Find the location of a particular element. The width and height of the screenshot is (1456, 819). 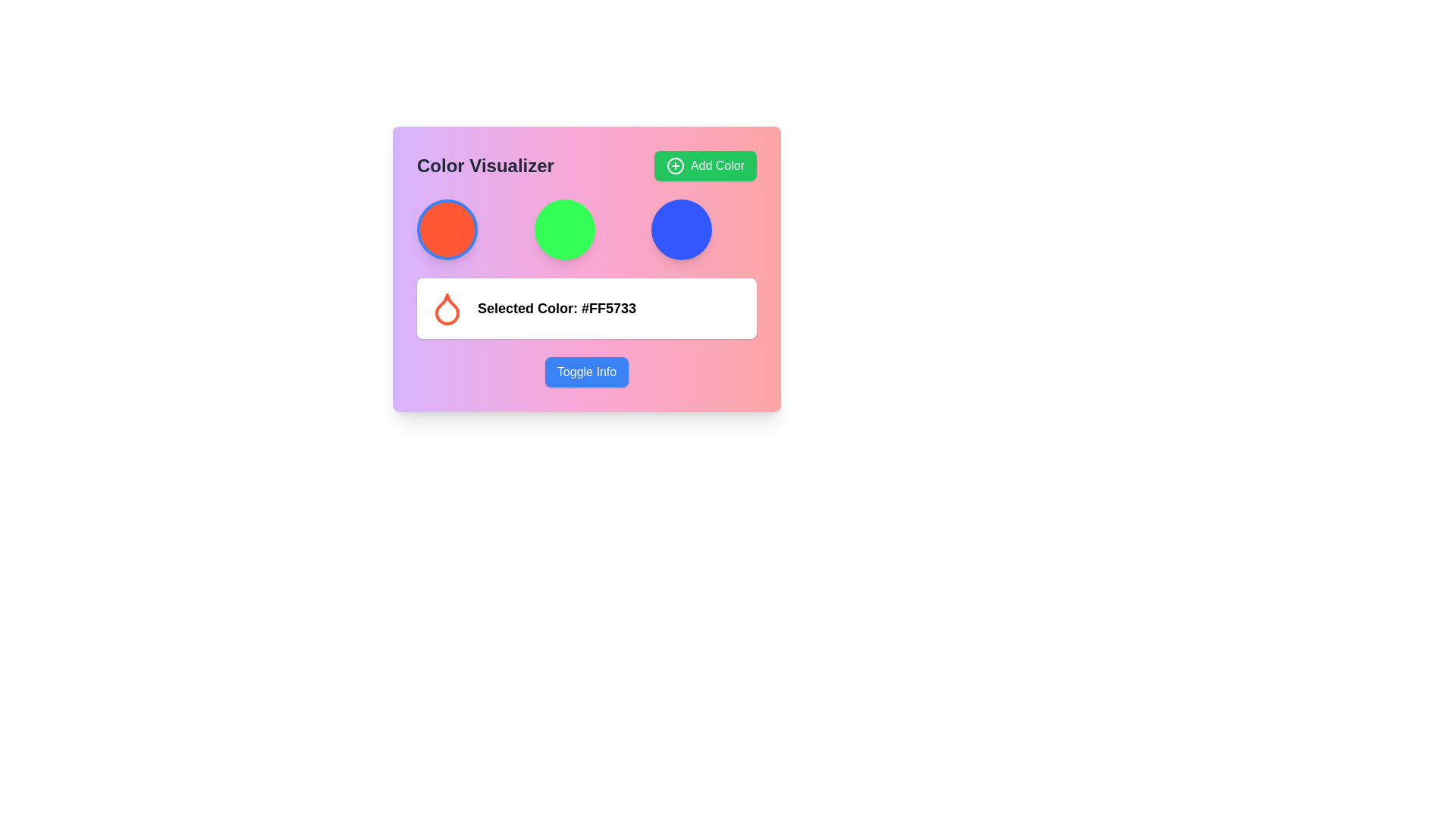

the Information Display that indicates the currently selected color and its hexadecimal code, located in the center-left region underneath the row of circular color buttons is located at coordinates (585, 308).